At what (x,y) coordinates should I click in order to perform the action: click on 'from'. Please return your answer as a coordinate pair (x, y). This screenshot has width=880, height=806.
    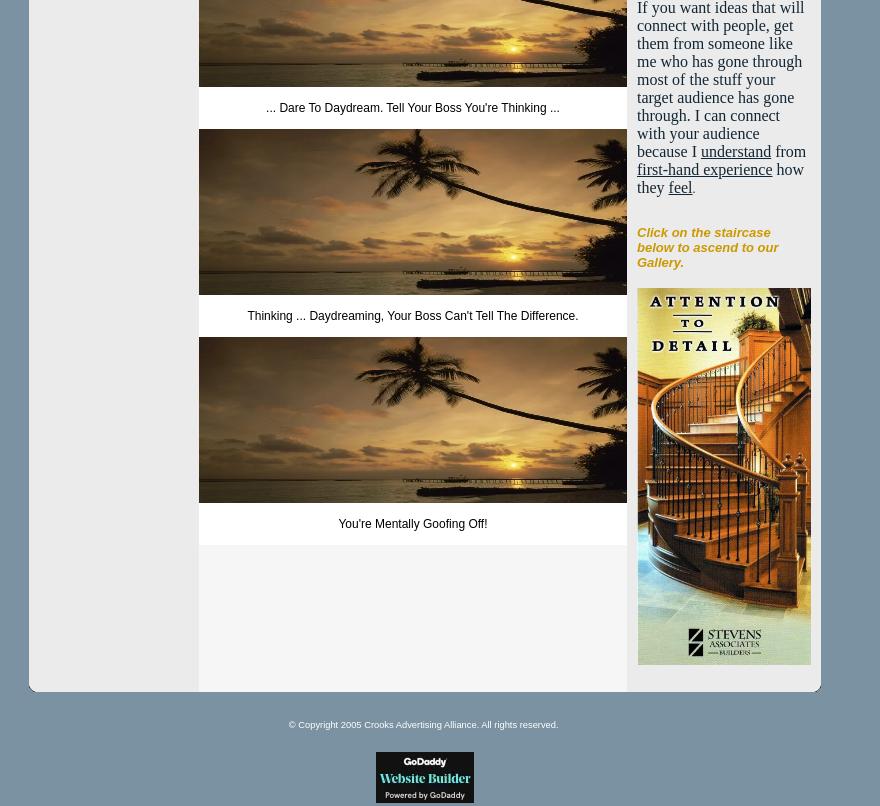
    Looking at the image, I should click on (788, 151).